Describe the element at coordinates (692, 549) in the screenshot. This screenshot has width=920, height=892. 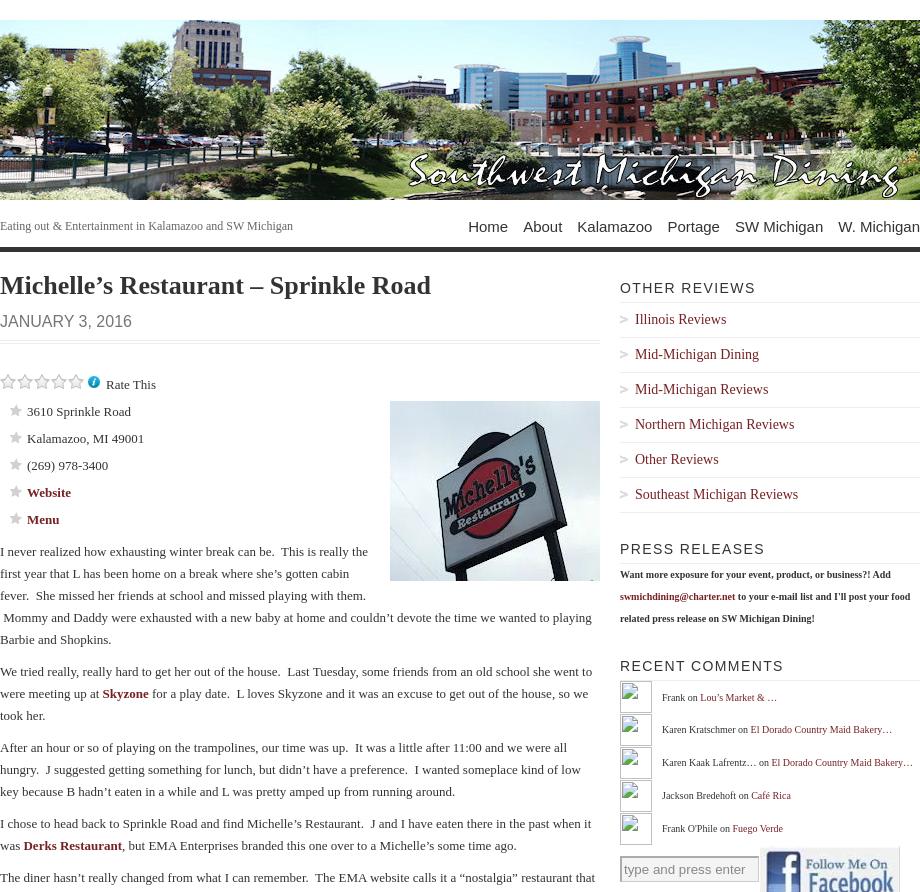
I see `'Press Releases'` at that location.